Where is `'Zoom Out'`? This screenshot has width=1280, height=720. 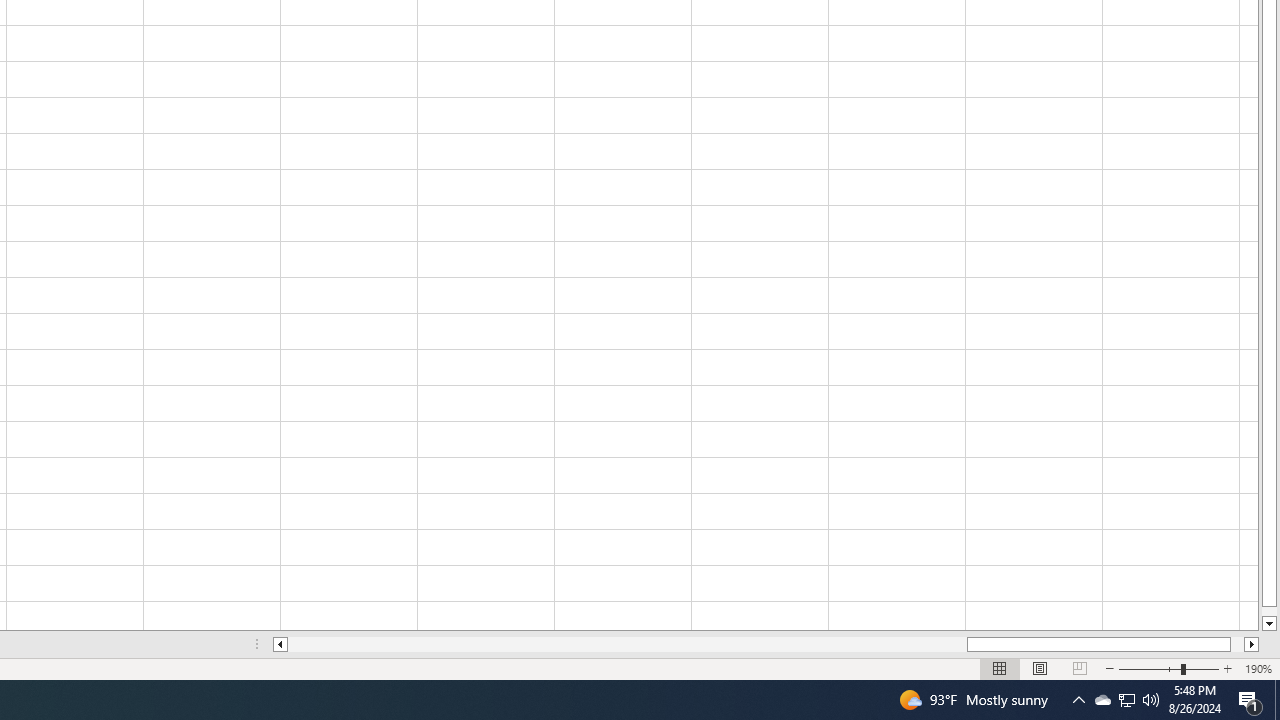 'Zoom Out' is located at coordinates (1150, 669).